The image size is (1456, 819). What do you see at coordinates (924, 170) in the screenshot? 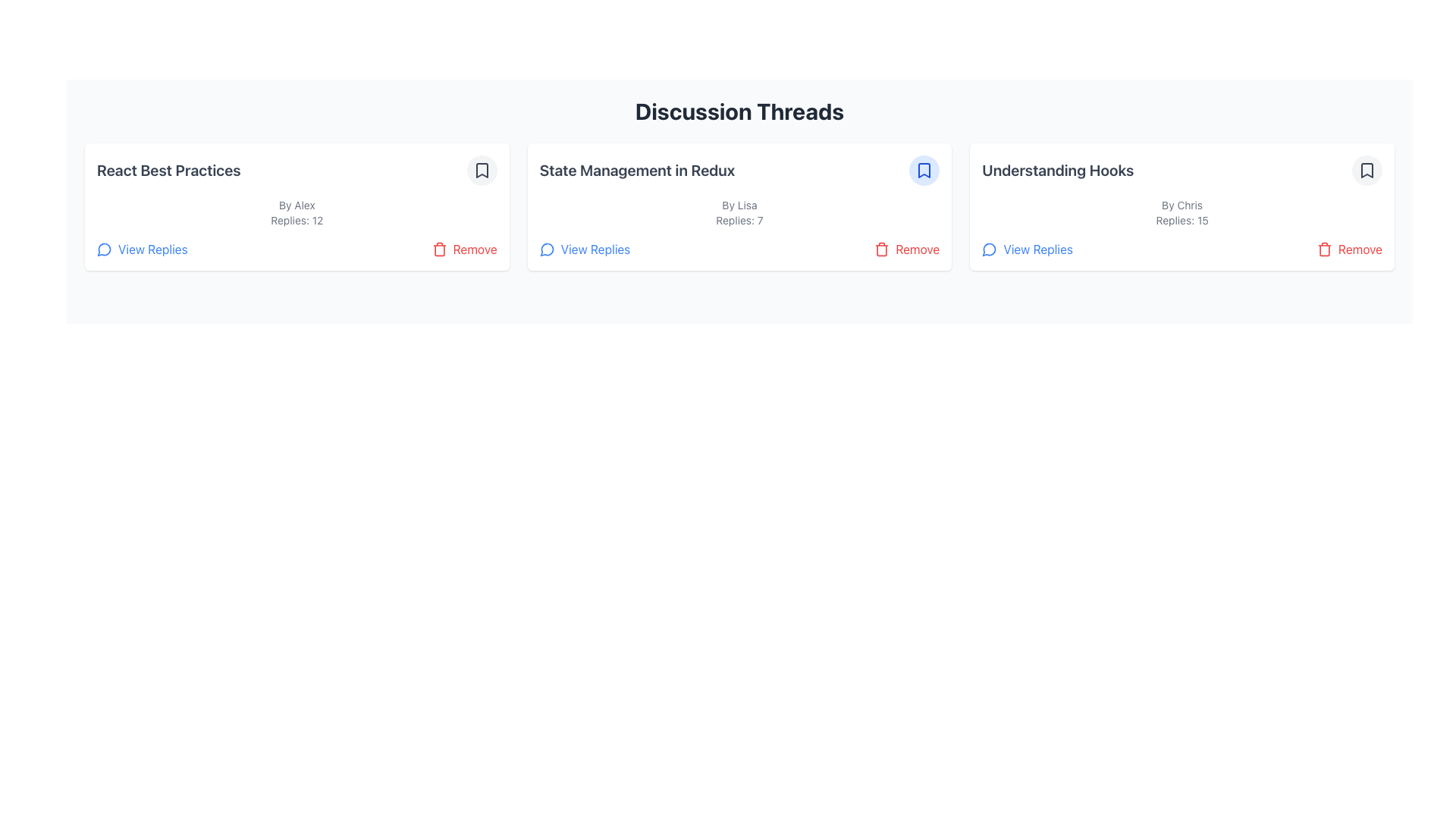
I see `the bookmark icon button with a blue outline located at the top-right corner of the card titled 'State Management in Redux' to bookmark the discussion` at bounding box center [924, 170].